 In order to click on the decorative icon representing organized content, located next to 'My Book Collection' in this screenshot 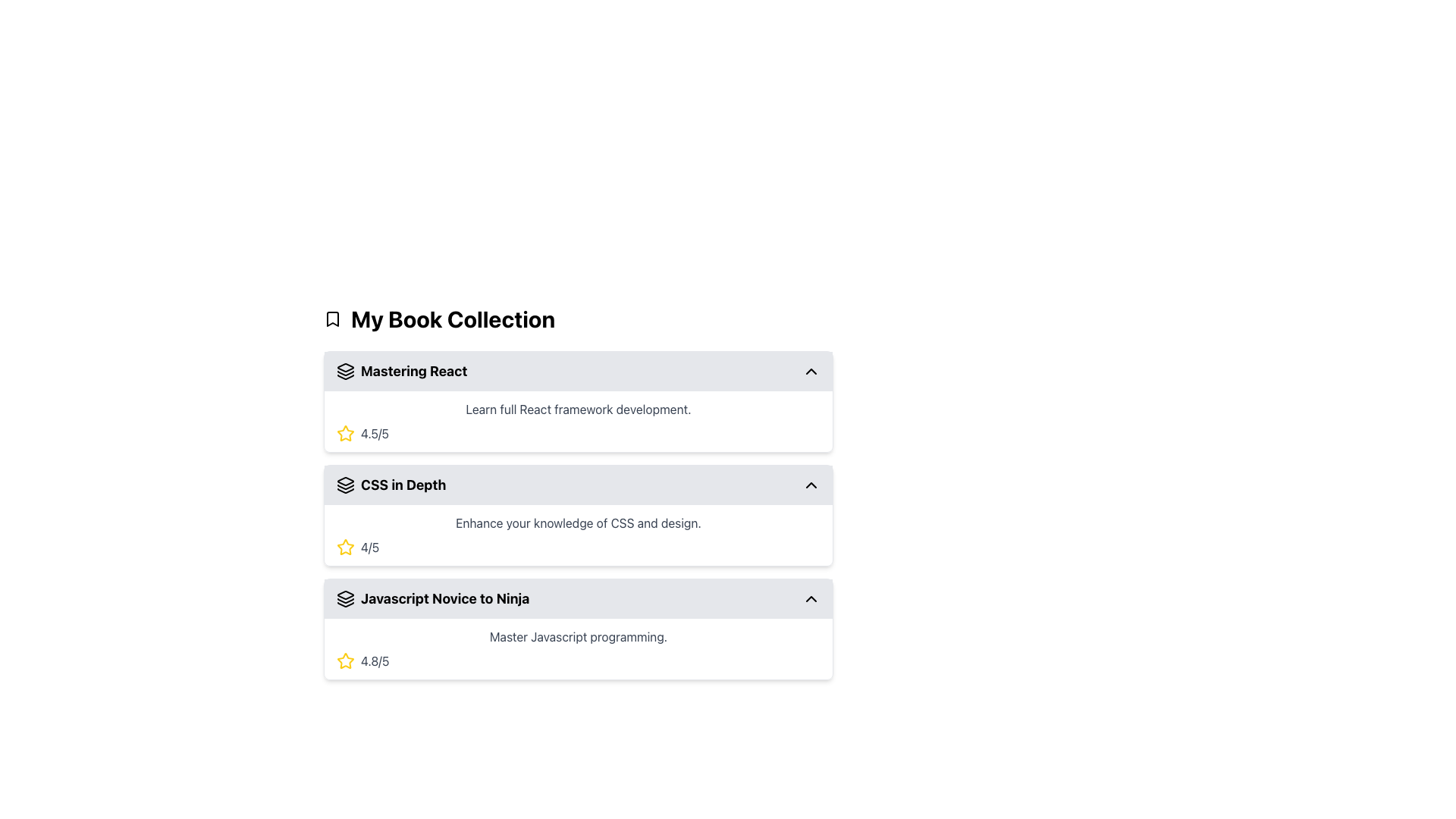, I will do `click(345, 487)`.